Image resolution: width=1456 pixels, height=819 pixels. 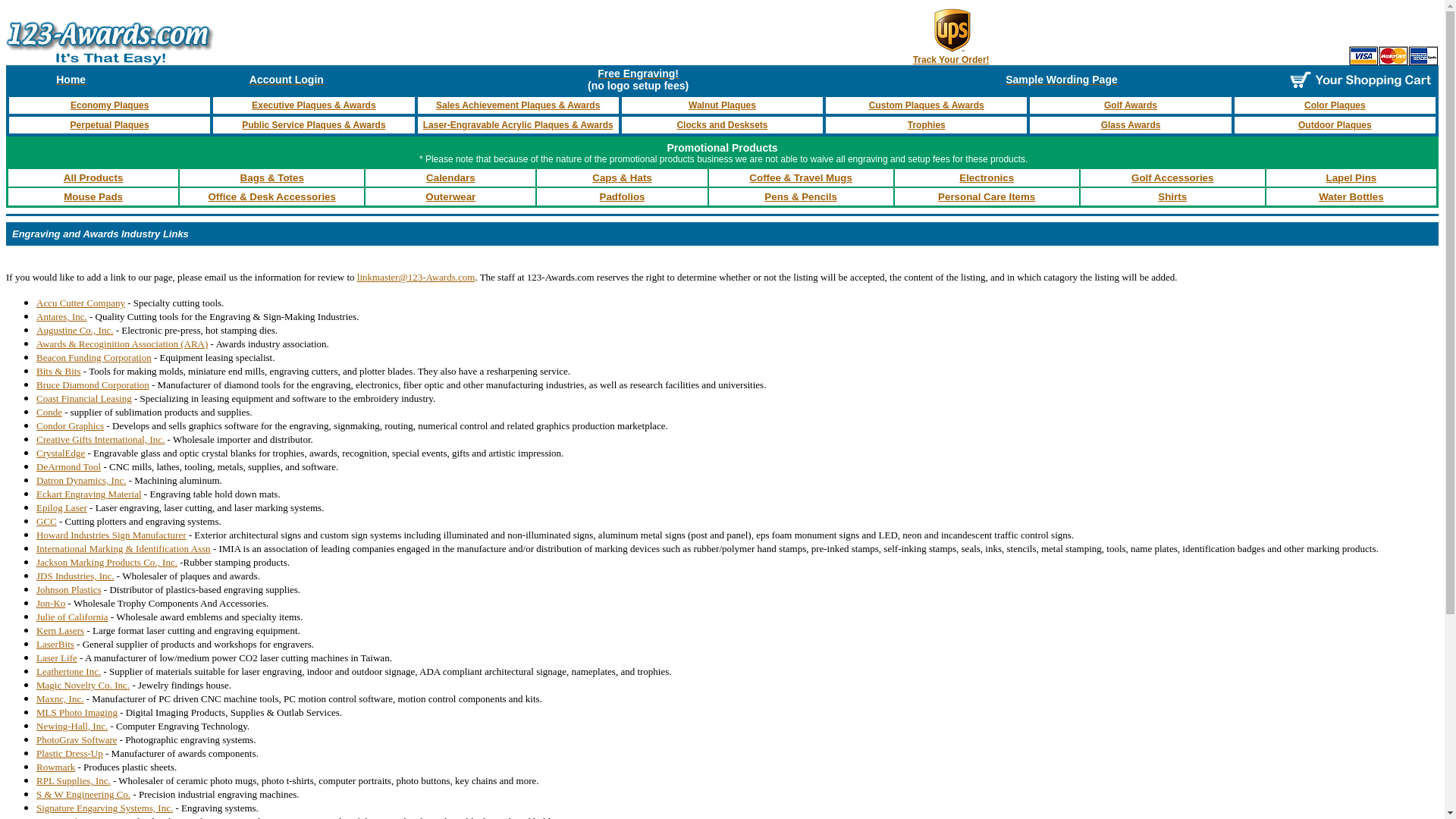 What do you see at coordinates (1061, 79) in the screenshot?
I see `'Sample Wording Page'` at bounding box center [1061, 79].